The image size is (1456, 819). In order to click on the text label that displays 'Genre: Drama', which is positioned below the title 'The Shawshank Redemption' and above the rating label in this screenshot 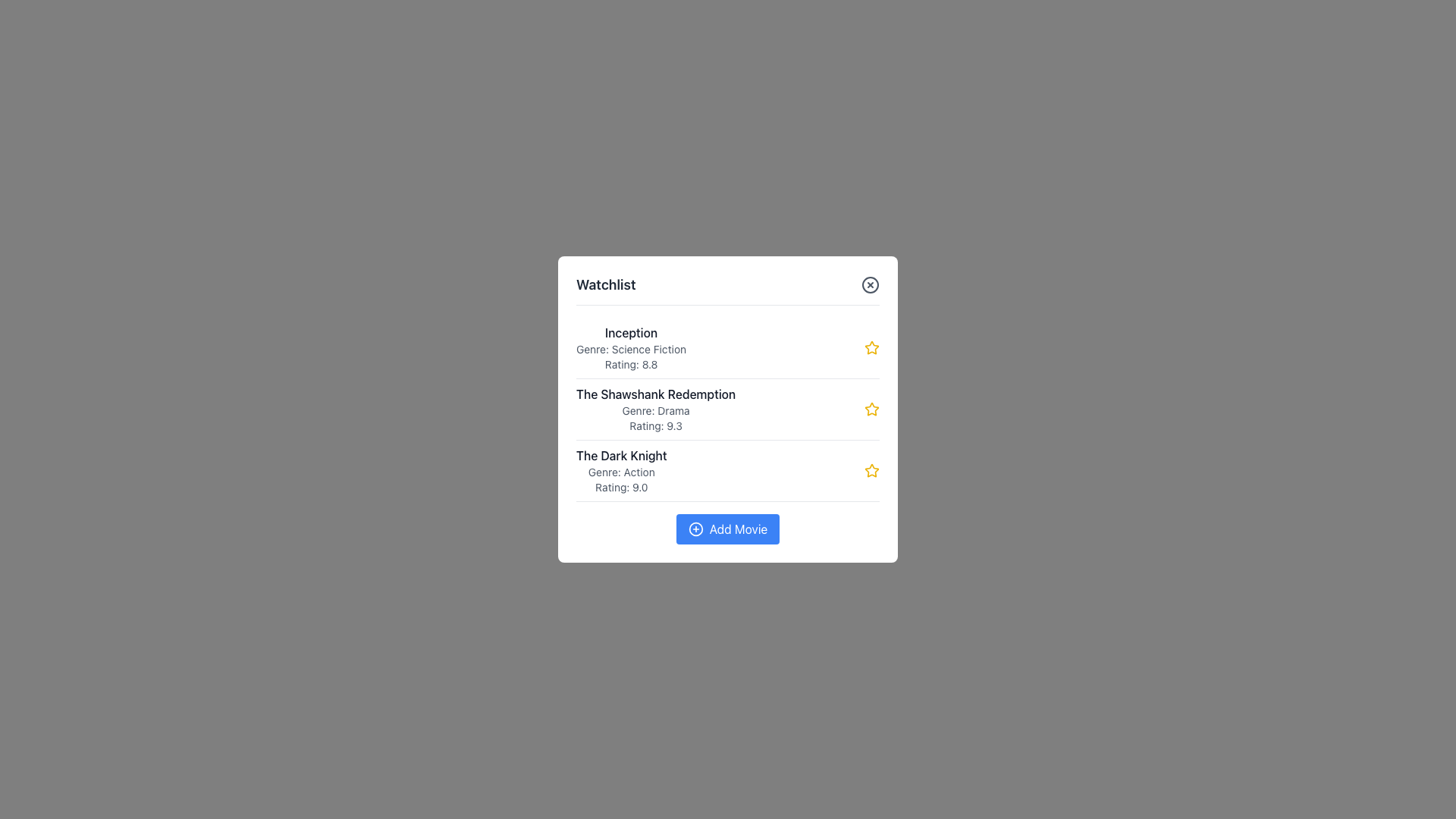, I will do `click(656, 411)`.